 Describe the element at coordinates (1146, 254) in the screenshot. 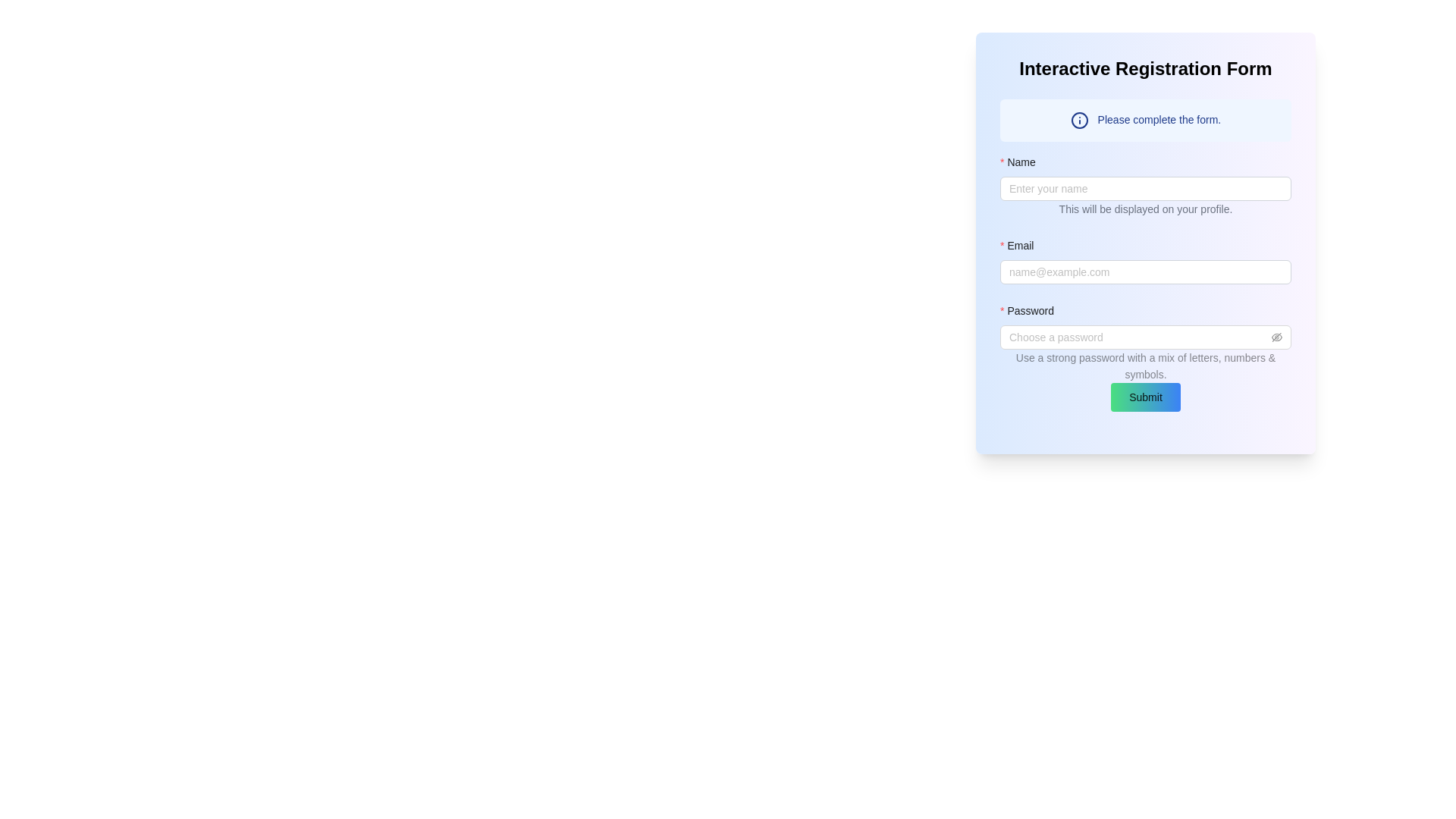

I see `the email input field located within the 'Interactive Registration Form' under the 'Name' section to focus on it` at that location.